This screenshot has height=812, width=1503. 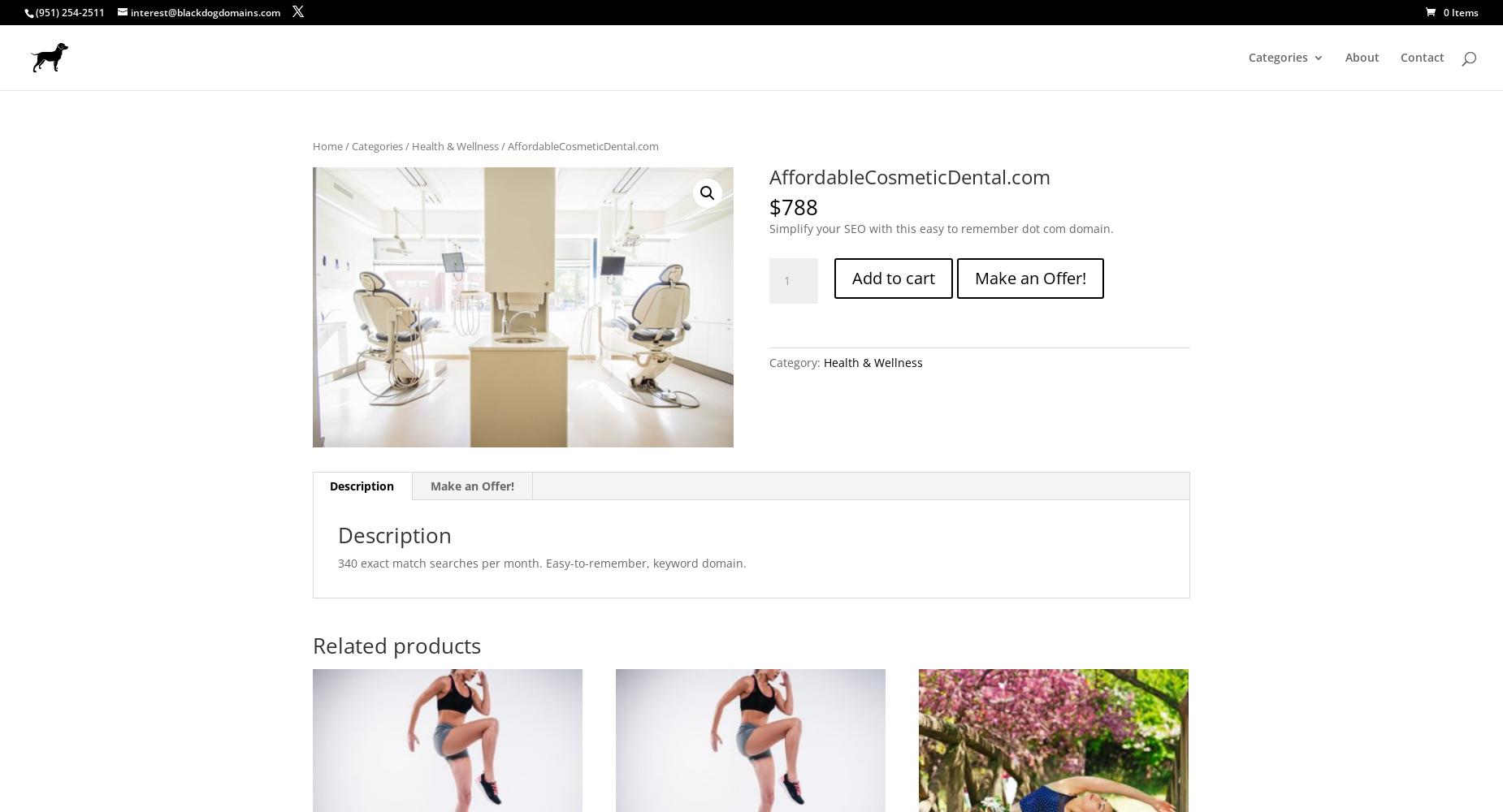 I want to click on 'Category:', so click(x=795, y=361).